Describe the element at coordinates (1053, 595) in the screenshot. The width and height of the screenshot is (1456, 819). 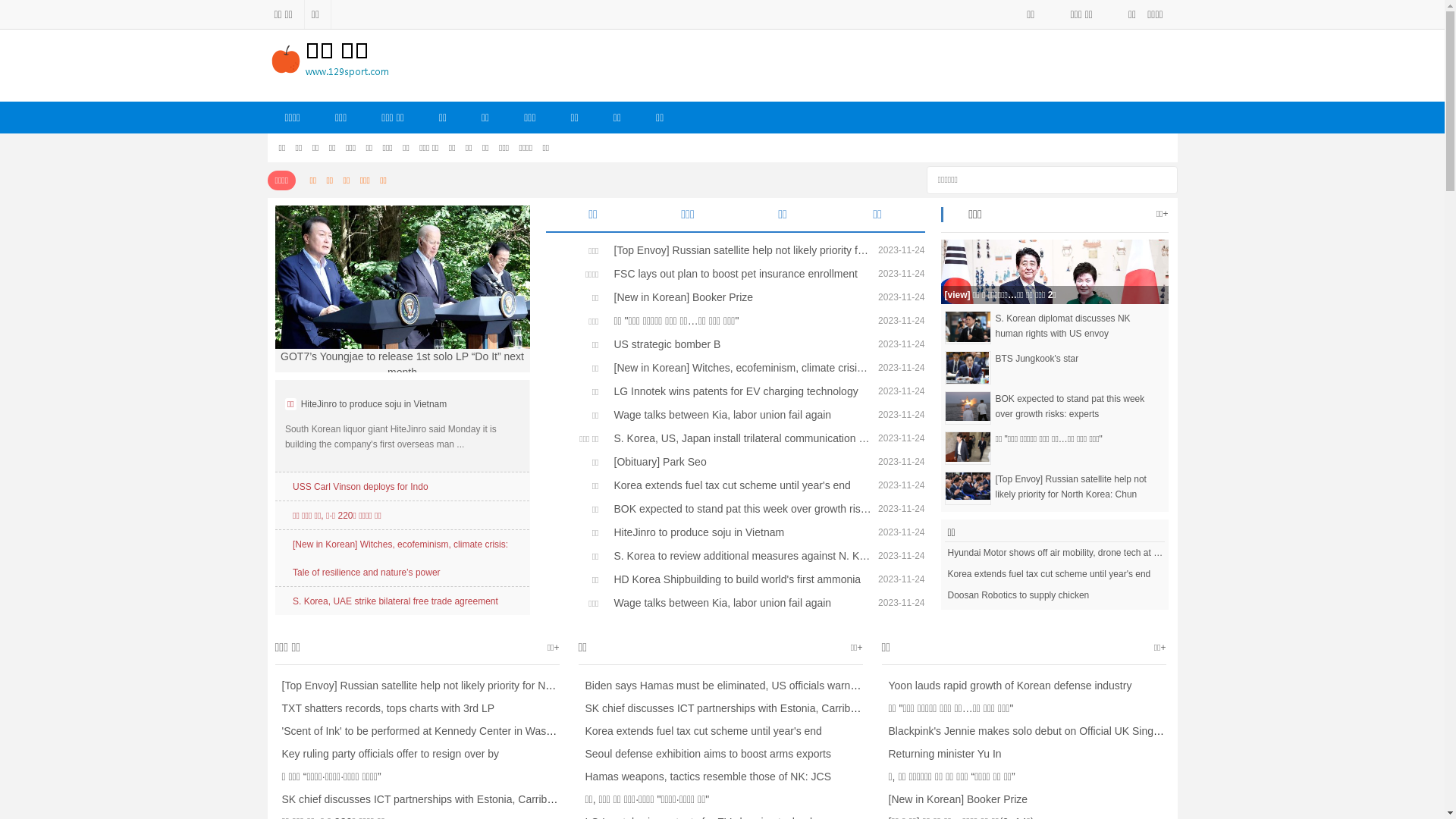
I see `'Doosan Robotics to supply chicken'` at that location.